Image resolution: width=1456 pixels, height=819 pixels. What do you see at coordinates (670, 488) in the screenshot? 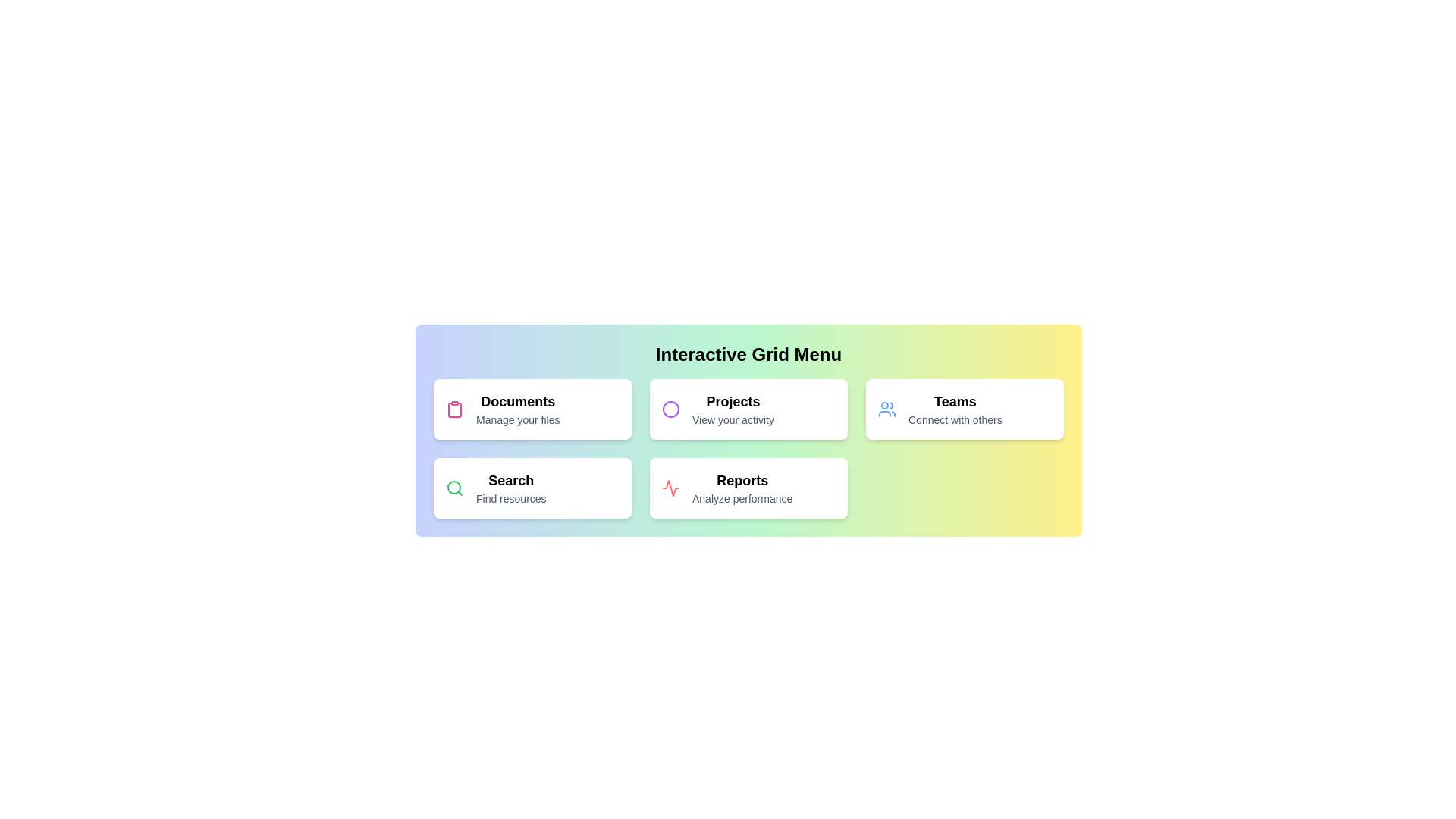
I see `the icon associated with Reports to inspect it` at bounding box center [670, 488].